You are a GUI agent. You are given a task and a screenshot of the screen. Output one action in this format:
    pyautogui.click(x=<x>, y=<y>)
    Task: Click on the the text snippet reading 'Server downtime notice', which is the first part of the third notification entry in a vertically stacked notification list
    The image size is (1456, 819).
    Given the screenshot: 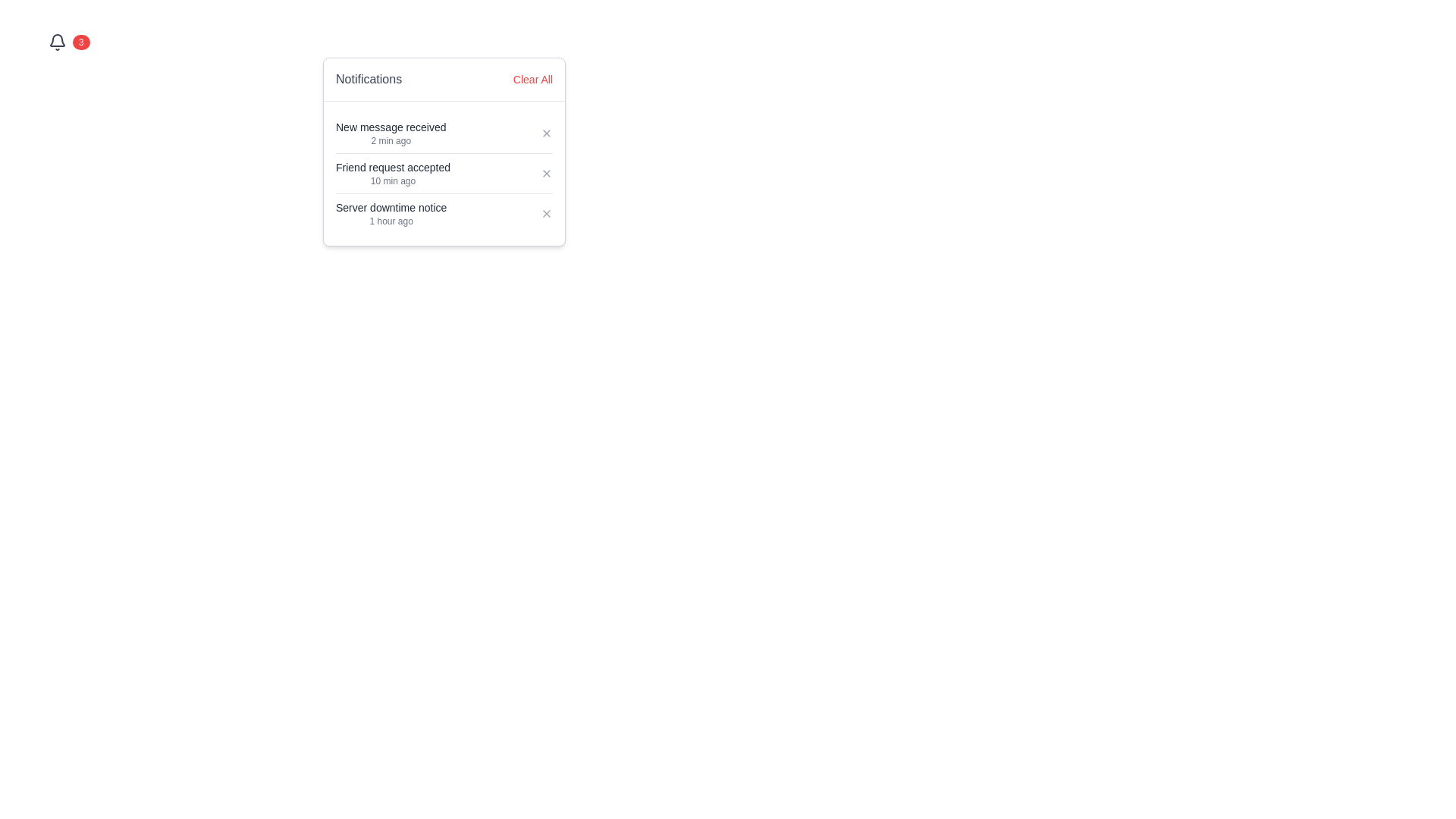 What is the action you would take?
    pyautogui.click(x=391, y=207)
    